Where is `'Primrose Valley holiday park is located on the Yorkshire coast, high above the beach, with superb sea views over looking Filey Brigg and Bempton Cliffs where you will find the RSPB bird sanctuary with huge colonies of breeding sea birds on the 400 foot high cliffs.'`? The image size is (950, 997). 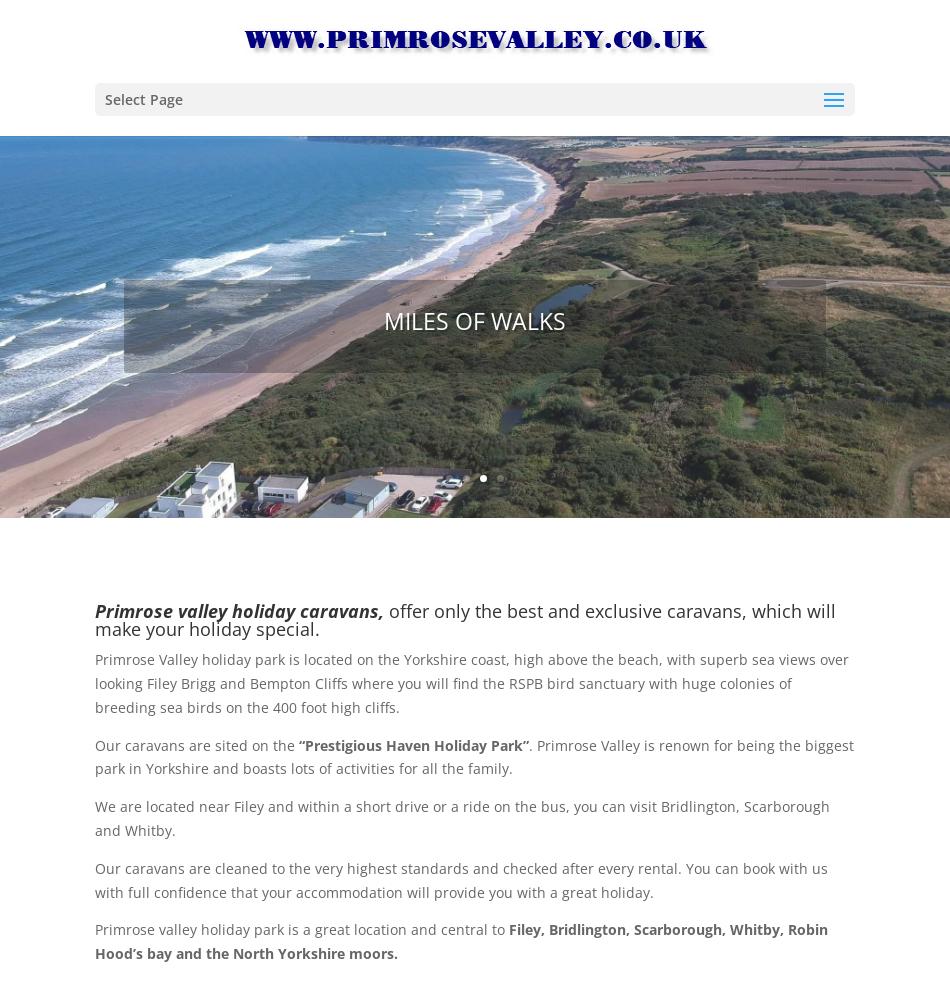 'Primrose Valley holiday park is located on the Yorkshire coast, high above the beach, with superb sea views over looking Filey Brigg and Bempton Cliffs where you will find the RSPB bird sanctuary with huge colonies of breeding sea birds on the 400 foot high cliffs.' is located at coordinates (95, 682).